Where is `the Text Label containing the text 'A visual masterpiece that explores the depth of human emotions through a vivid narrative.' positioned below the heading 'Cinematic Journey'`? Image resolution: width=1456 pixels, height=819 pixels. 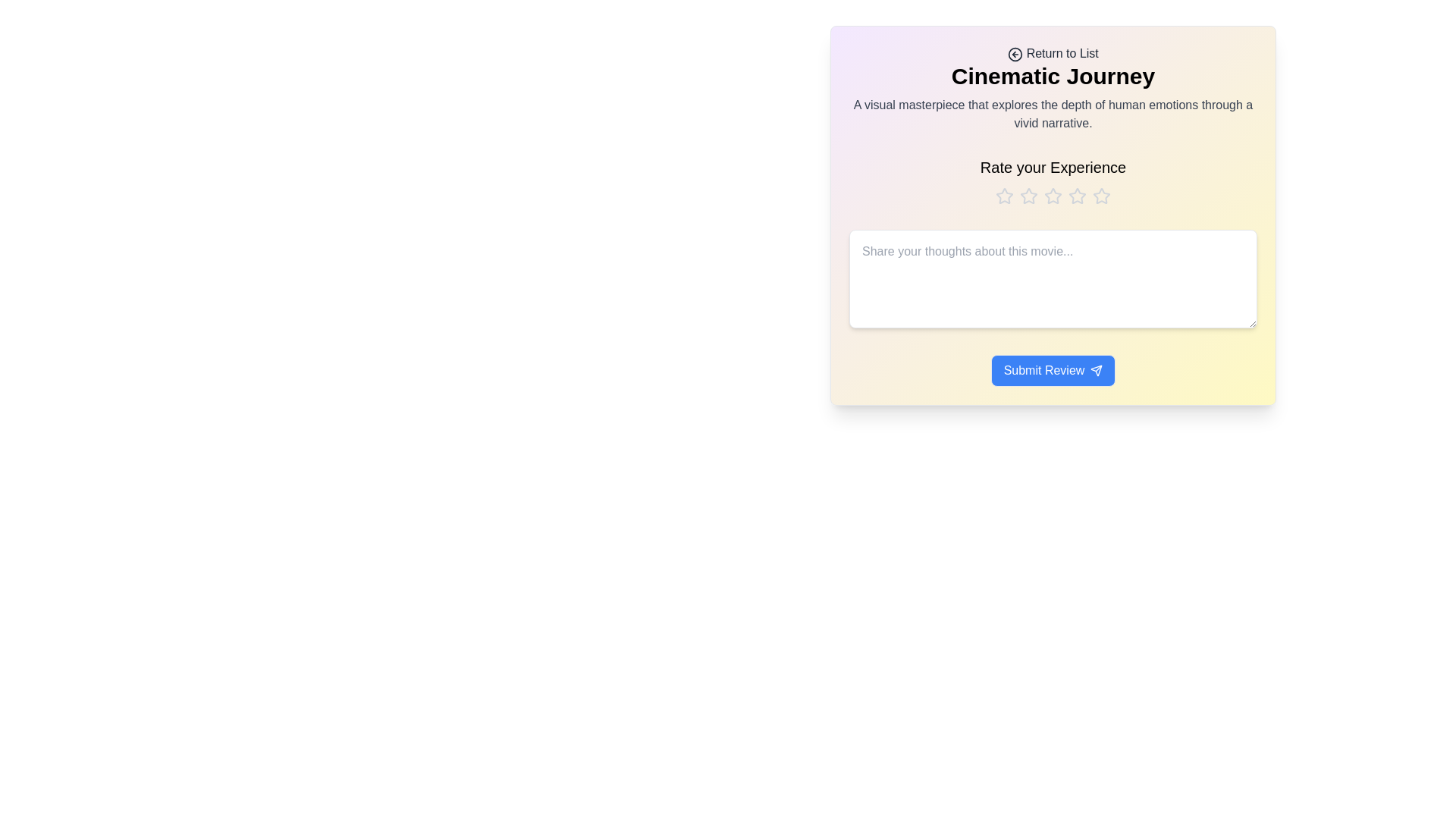
the Text Label containing the text 'A visual masterpiece that explores the depth of human emotions through a vivid narrative.' positioned below the heading 'Cinematic Journey' is located at coordinates (1052, 113).